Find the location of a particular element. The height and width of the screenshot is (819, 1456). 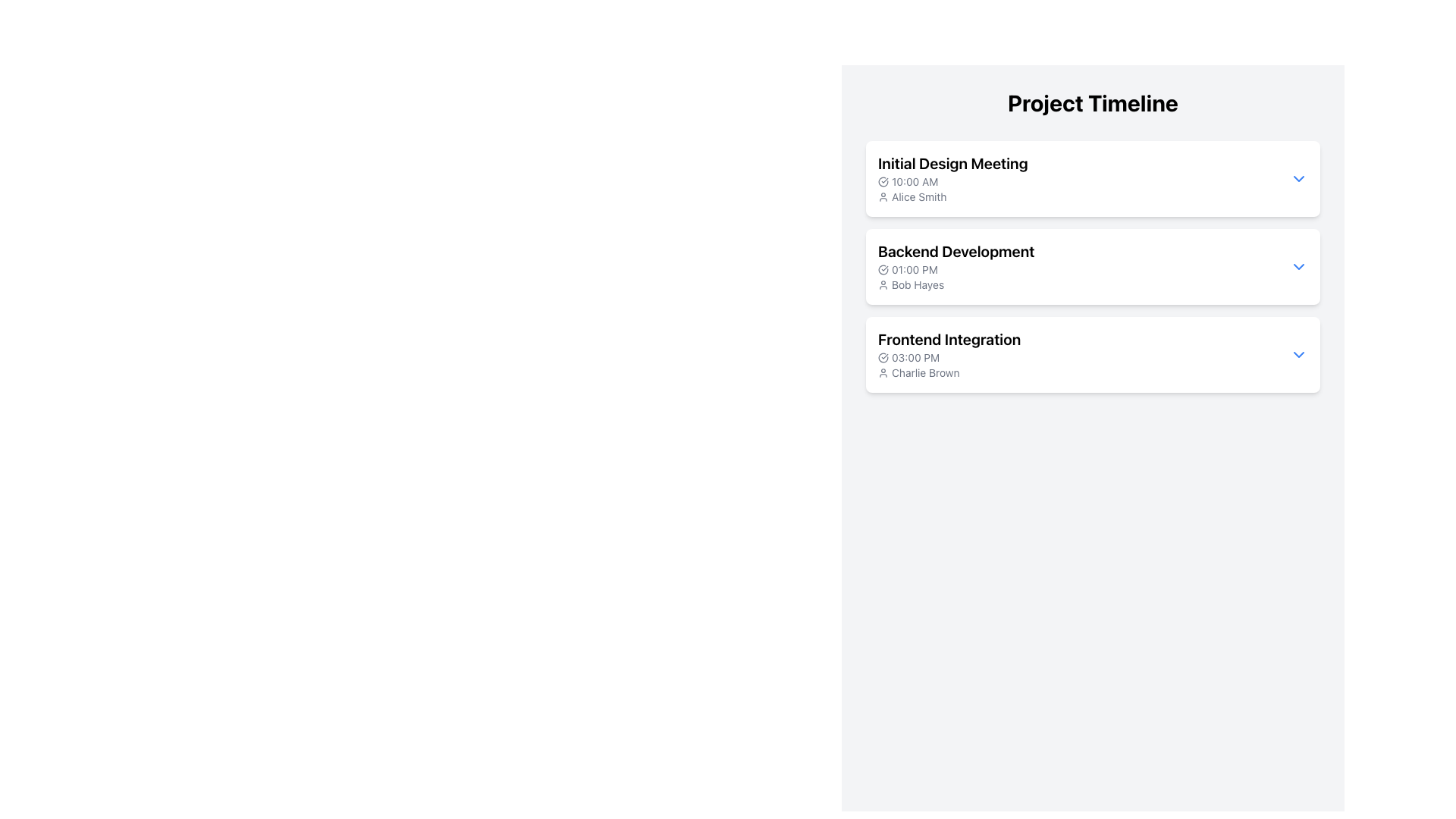

the dropdown toggle button located at the far-right end of the 'Frontend Integration' card in the timeline is located at coordinates (1298, 354).